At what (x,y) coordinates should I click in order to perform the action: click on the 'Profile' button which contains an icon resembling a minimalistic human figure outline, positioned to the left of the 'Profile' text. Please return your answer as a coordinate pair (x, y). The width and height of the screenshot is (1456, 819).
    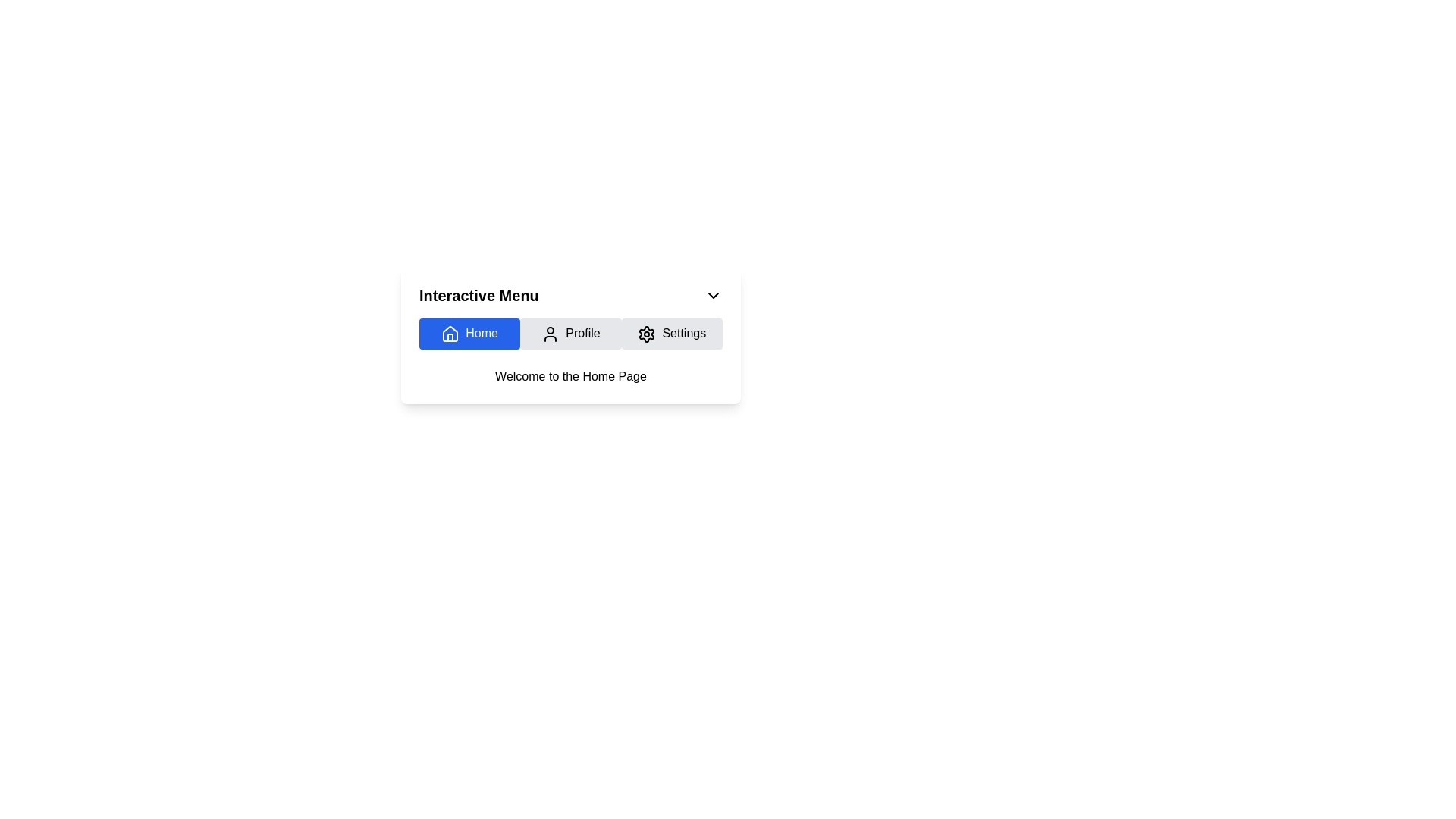
    Looking at the image, I should click on (550, 333).